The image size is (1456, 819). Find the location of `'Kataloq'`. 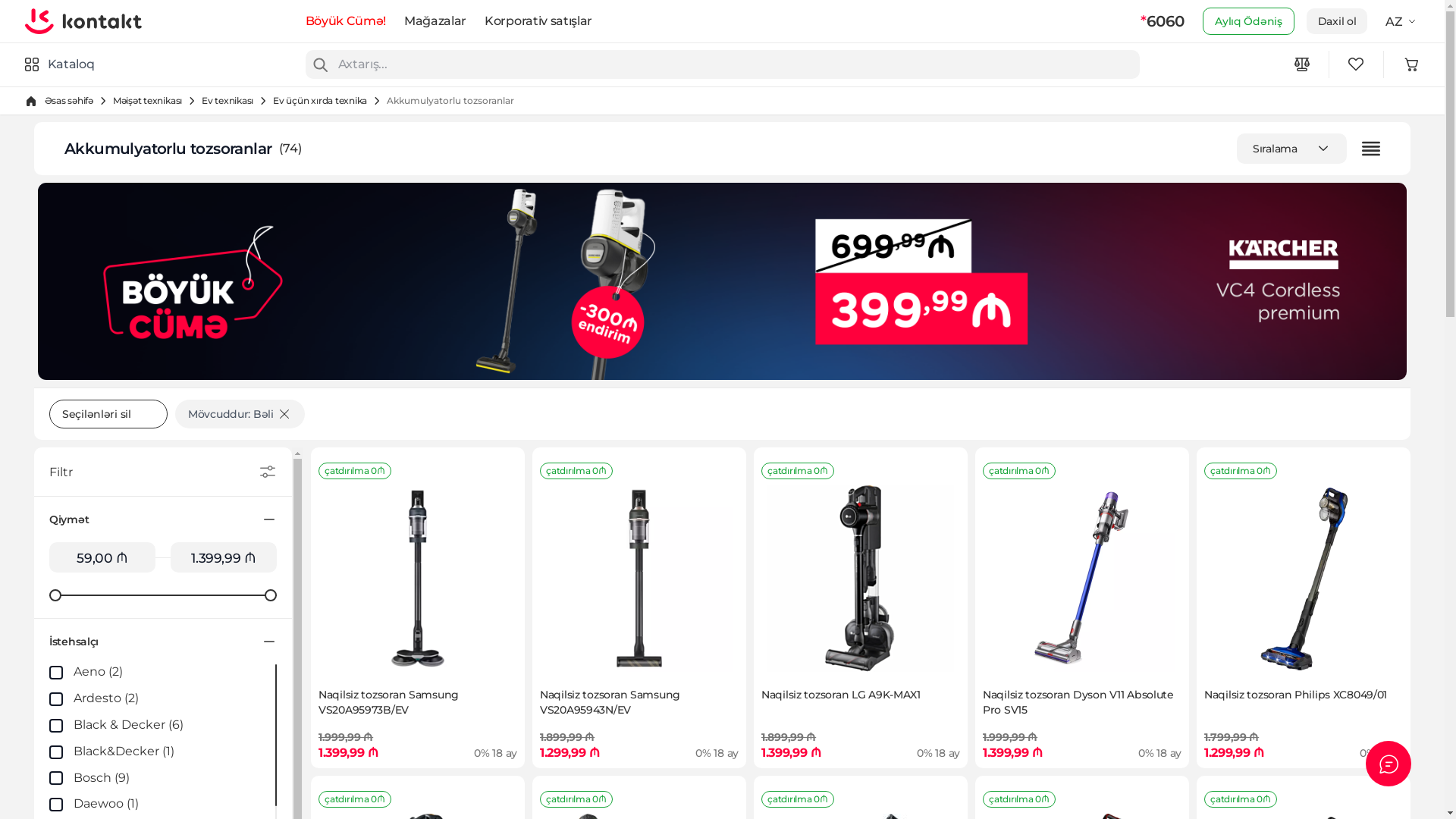

'Kataloq' is located at coordinates (58, 63).